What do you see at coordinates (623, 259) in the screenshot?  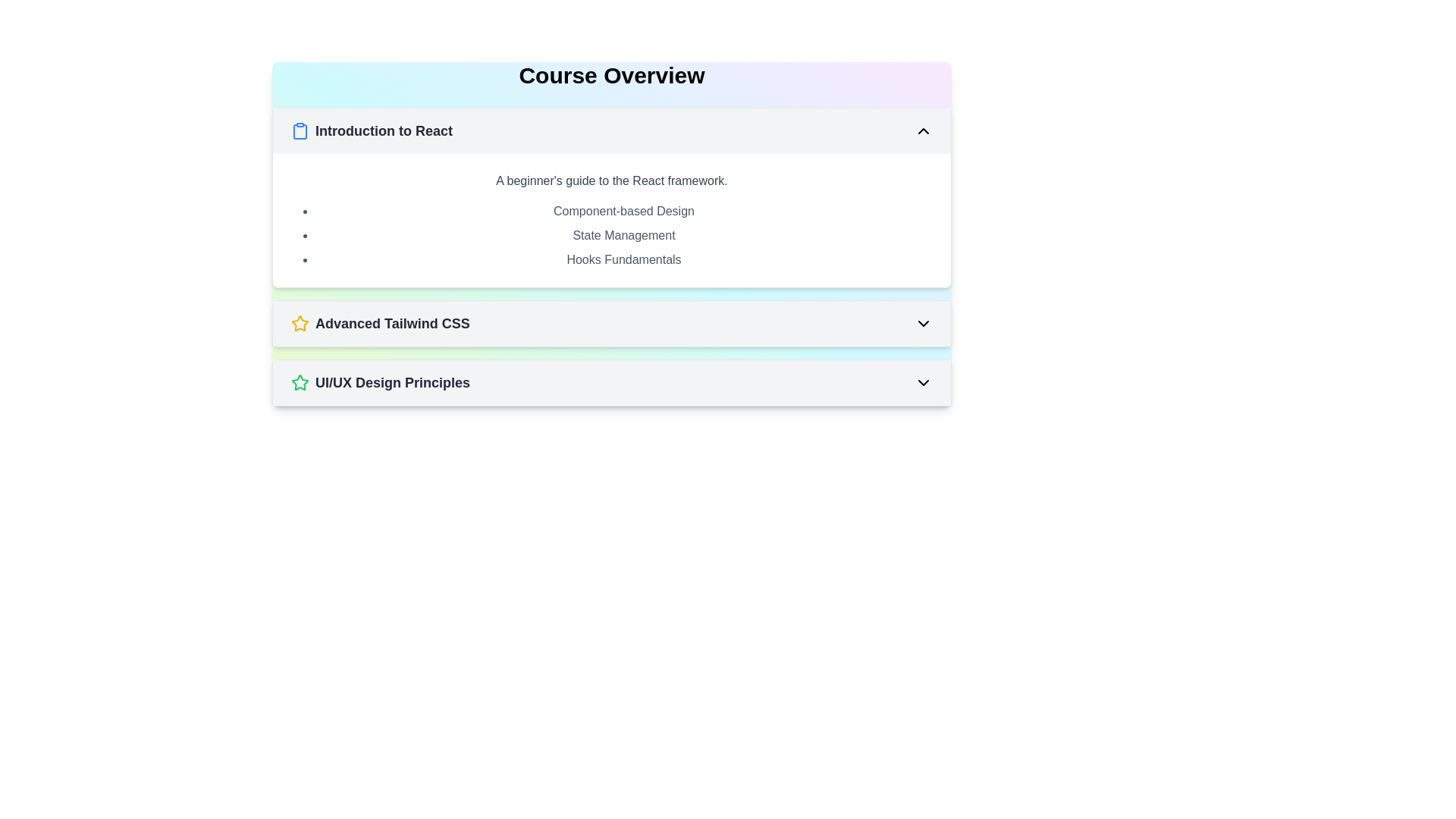 I see `the text element 'Hooks Fundamentals' styled in gray, located under 'State Management' in the 'Introduction to React' section` at bounding box center [623, 259].